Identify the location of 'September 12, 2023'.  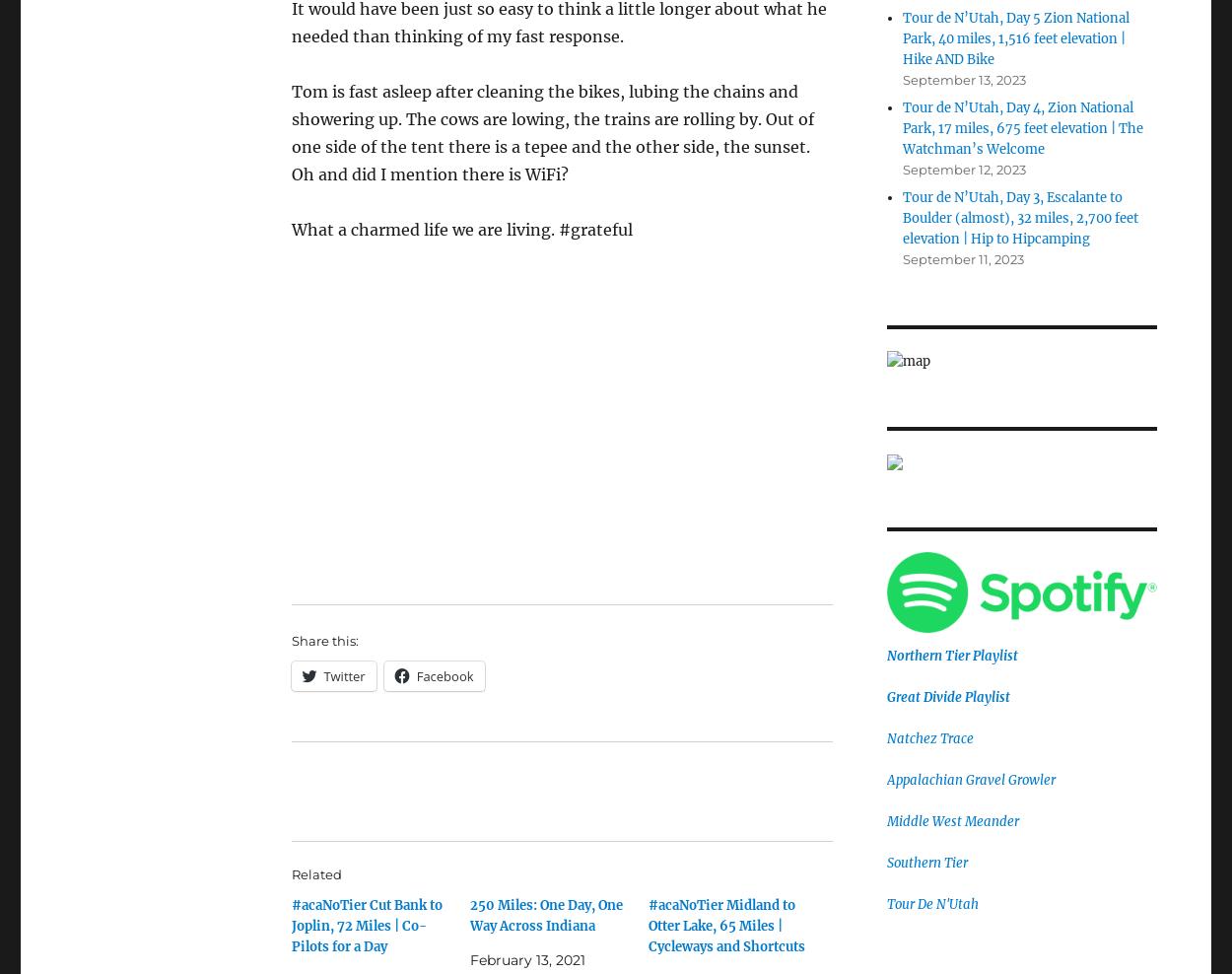
(962, 168).